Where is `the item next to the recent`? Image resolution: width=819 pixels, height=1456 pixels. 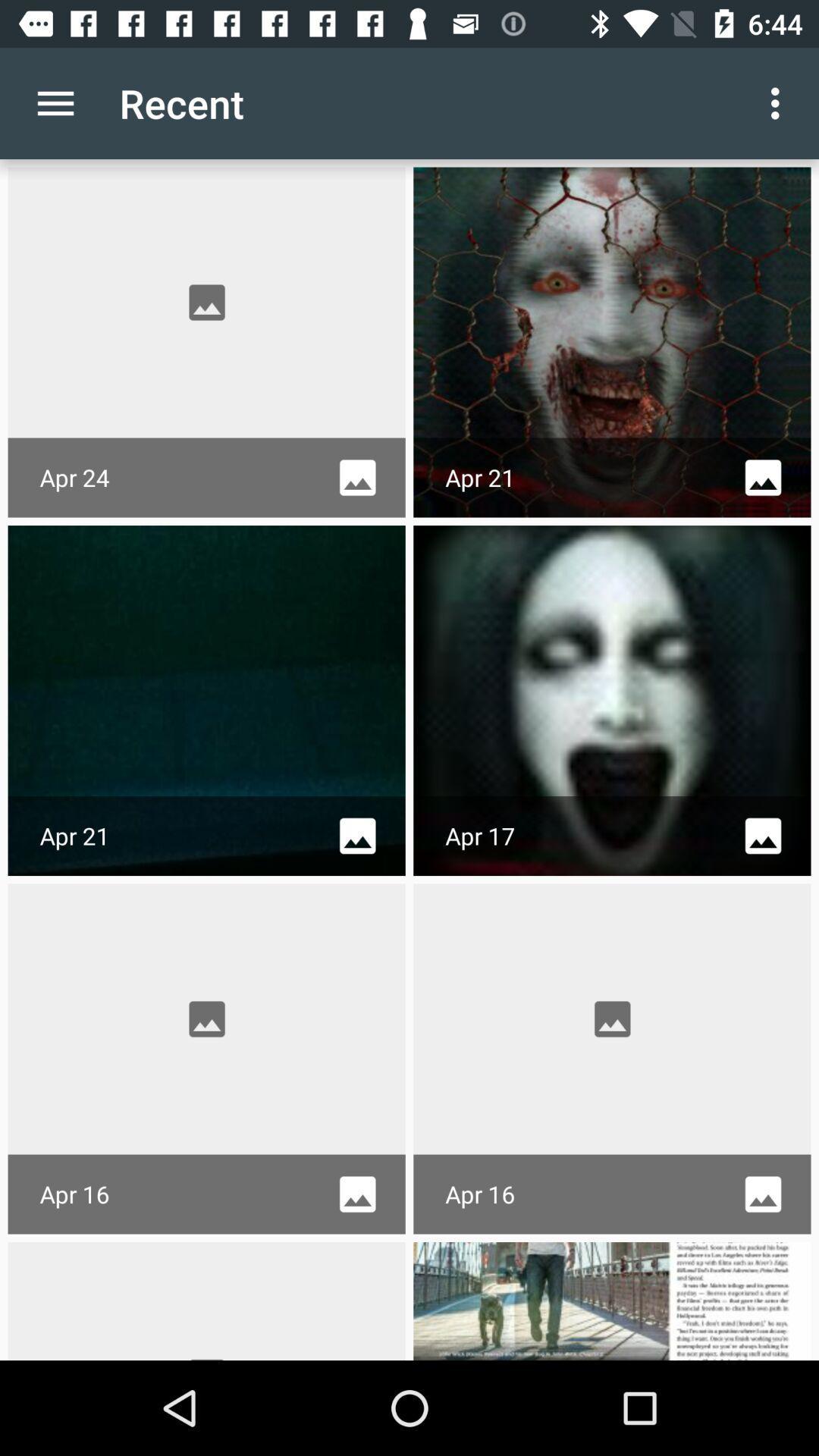
the item next to the recent is located at coordinates (55, 102).